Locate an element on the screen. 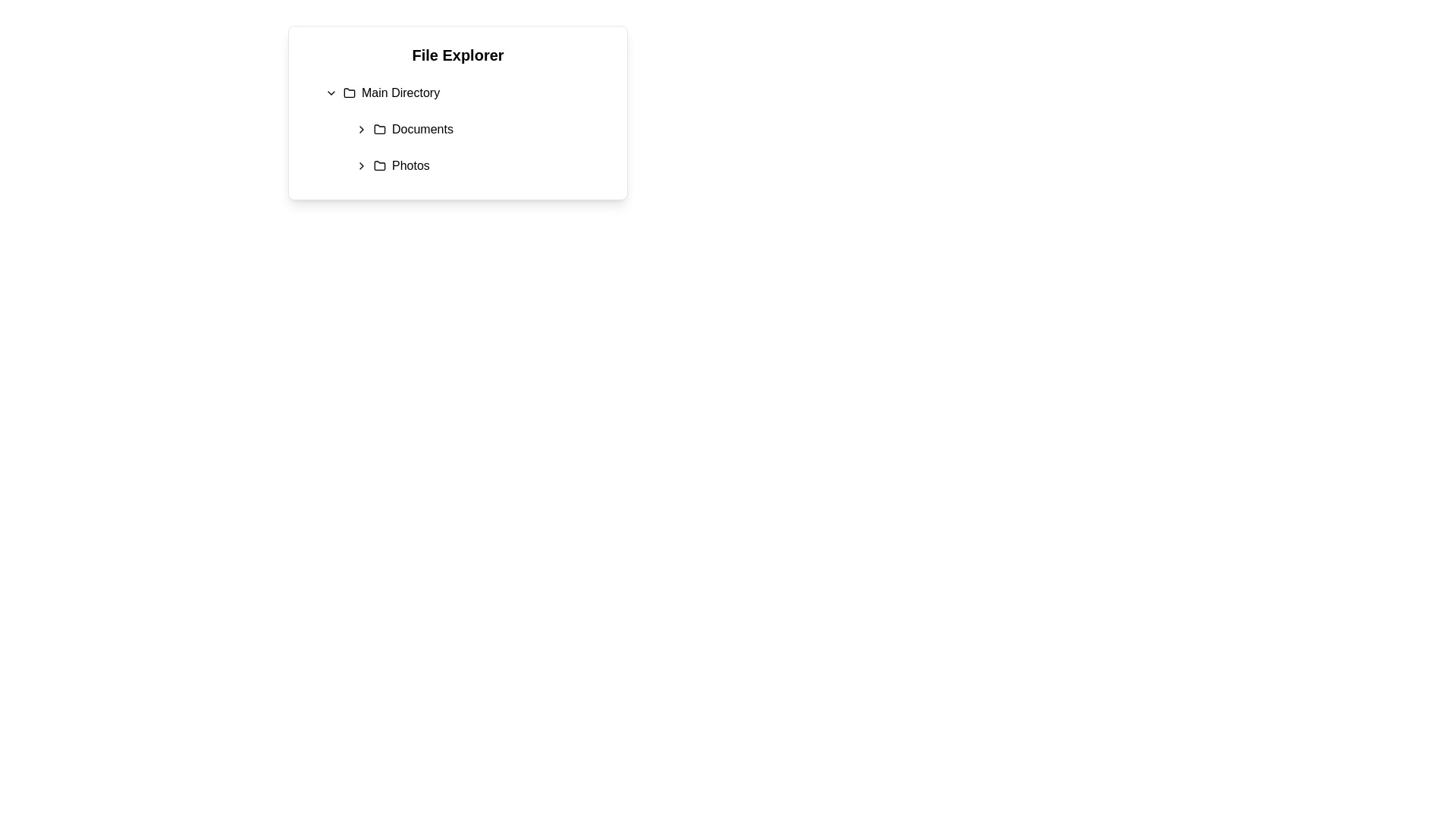  the small folder icon representing the 'Documents' folder, which is located to the left of the text 'Documents' is located at coordinates (379, 128).